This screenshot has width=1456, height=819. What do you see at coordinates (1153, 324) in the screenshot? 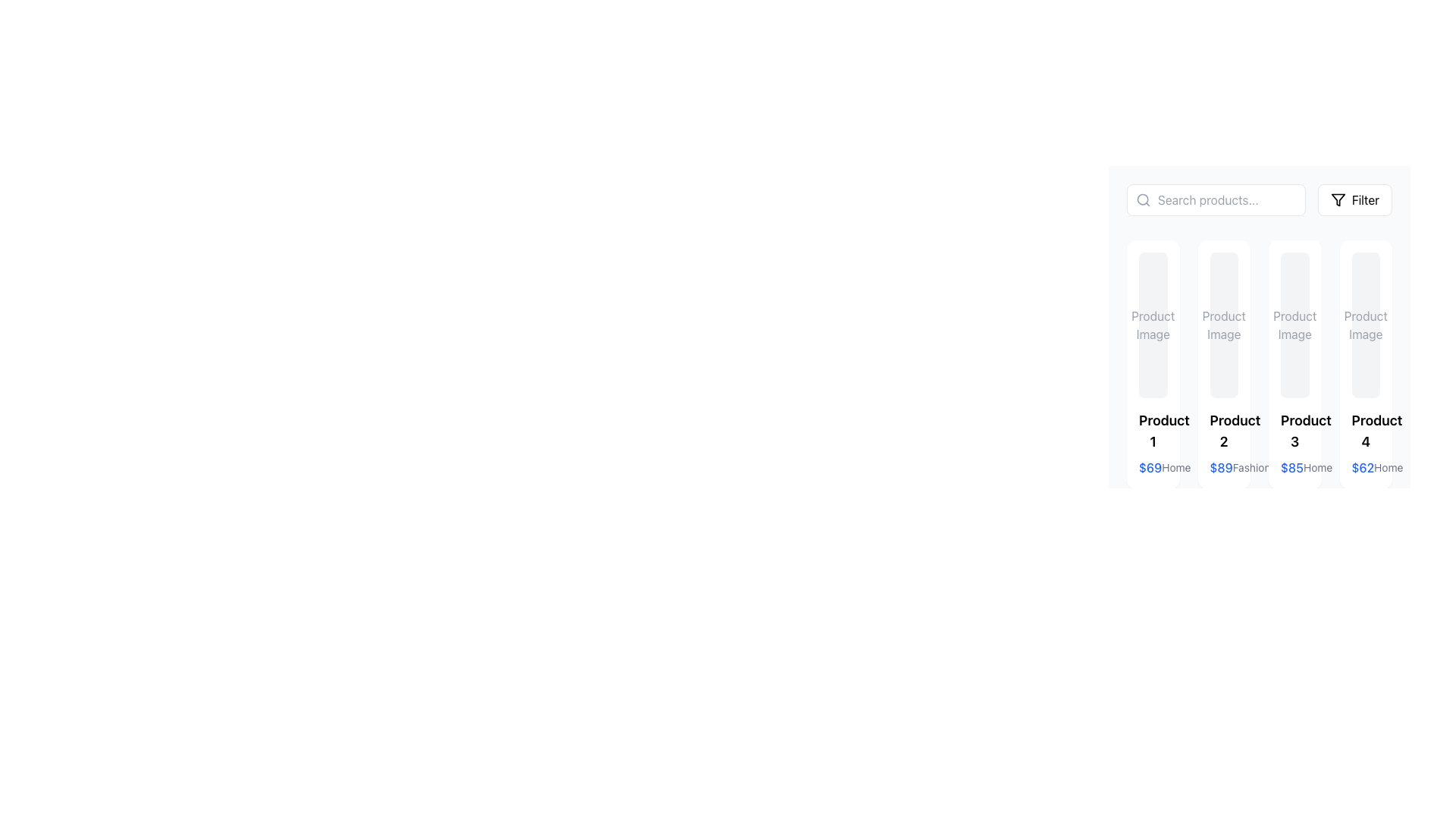
I see `the text label or placeholder that indicates the intended position of a product image, located in the first column of product placeholders` at bounding box center [1153, 324].